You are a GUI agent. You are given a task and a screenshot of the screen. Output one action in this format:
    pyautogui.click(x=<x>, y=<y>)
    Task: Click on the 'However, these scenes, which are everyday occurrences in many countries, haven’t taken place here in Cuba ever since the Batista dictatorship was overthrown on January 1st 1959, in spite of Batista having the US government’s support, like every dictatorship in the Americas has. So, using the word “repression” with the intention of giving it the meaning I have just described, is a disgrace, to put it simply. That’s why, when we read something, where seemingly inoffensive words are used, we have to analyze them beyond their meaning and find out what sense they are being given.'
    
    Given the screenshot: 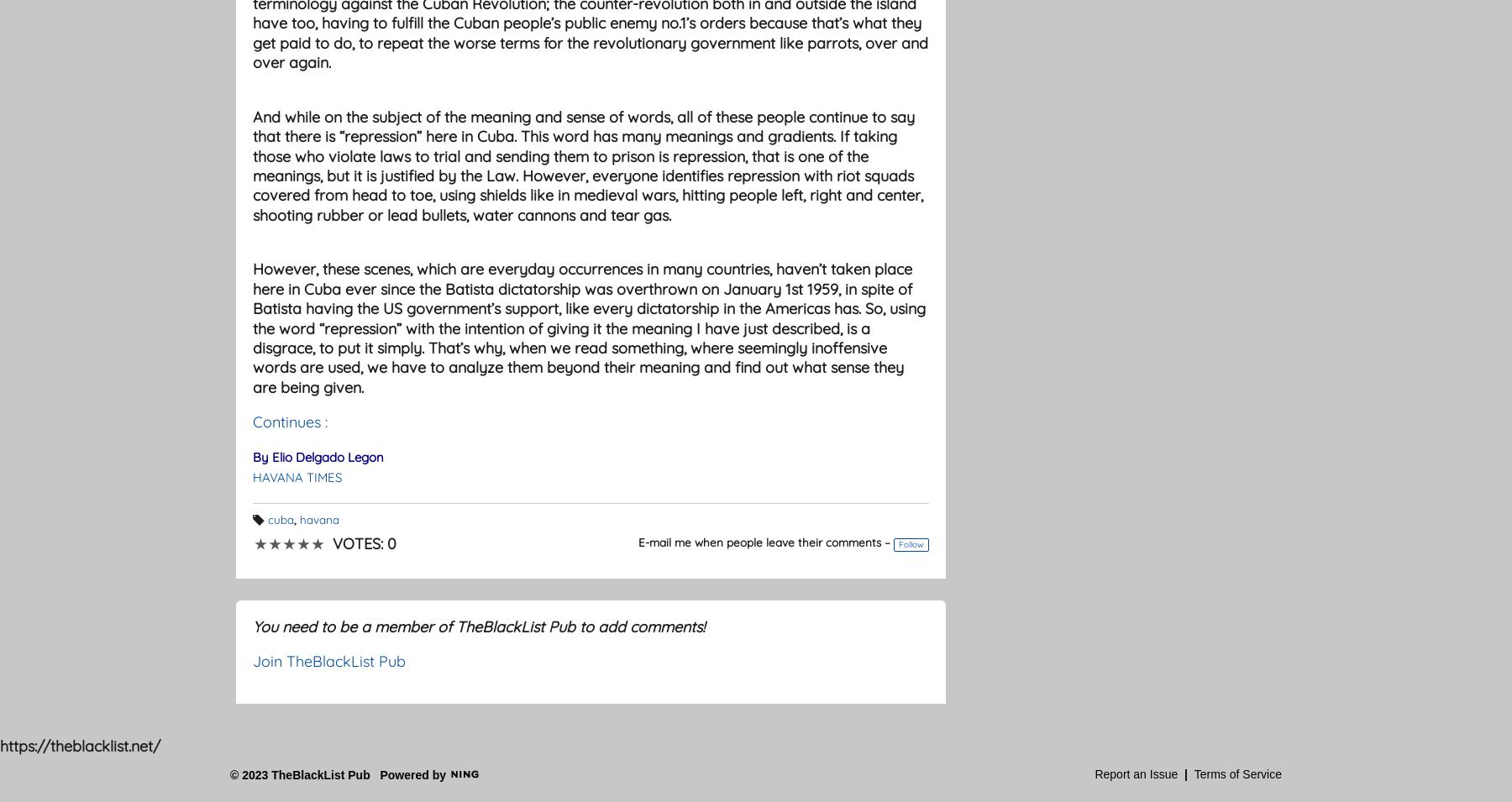 What is the action you would take?
    pyautogui.click(x=588, y=327)
    